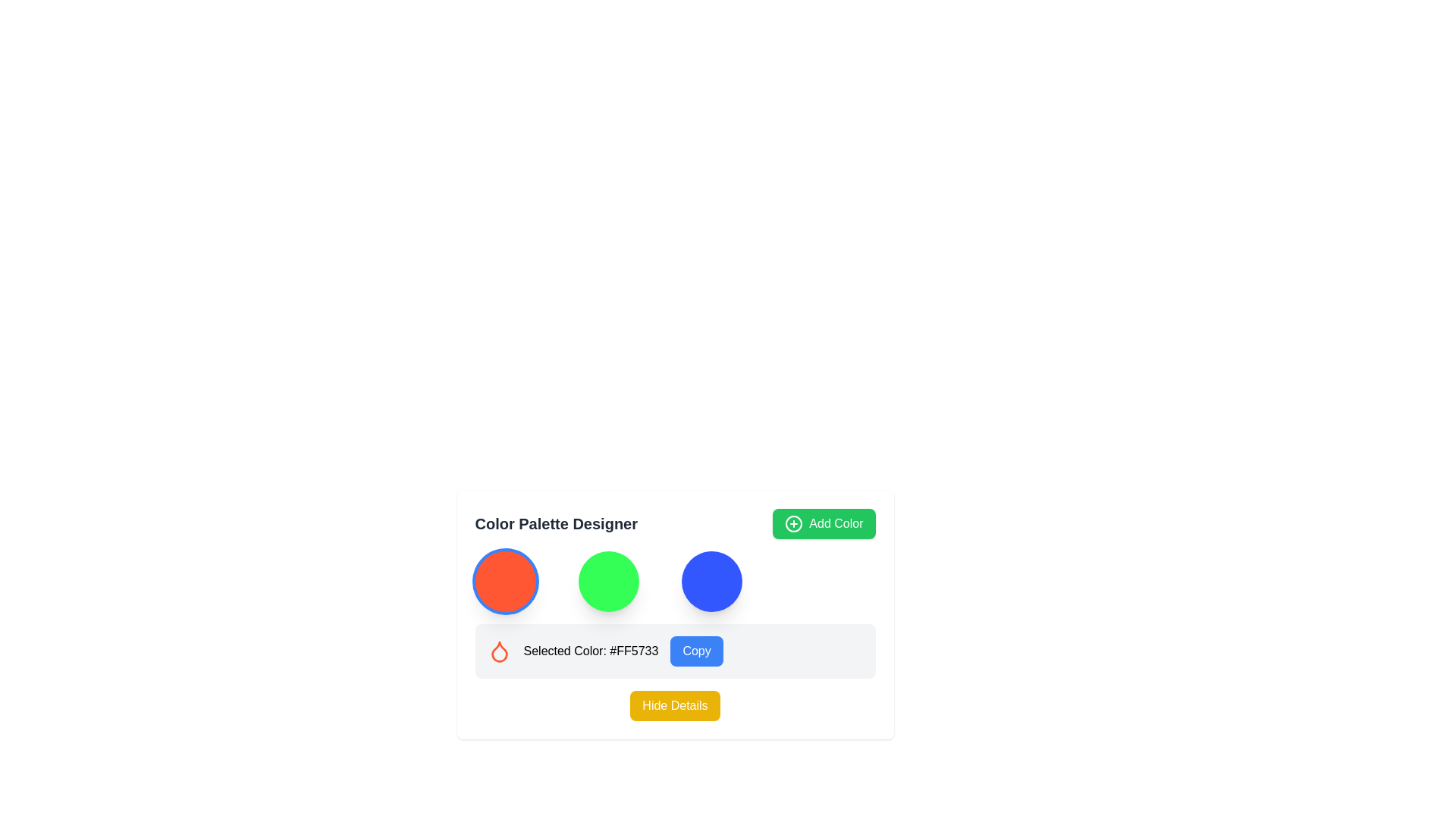 This screenshot has height=819, width=1456. I want to click on the button for adding a new color to the palette, located to the right of the 'Color Palette Designer' header, so click(823, 522).